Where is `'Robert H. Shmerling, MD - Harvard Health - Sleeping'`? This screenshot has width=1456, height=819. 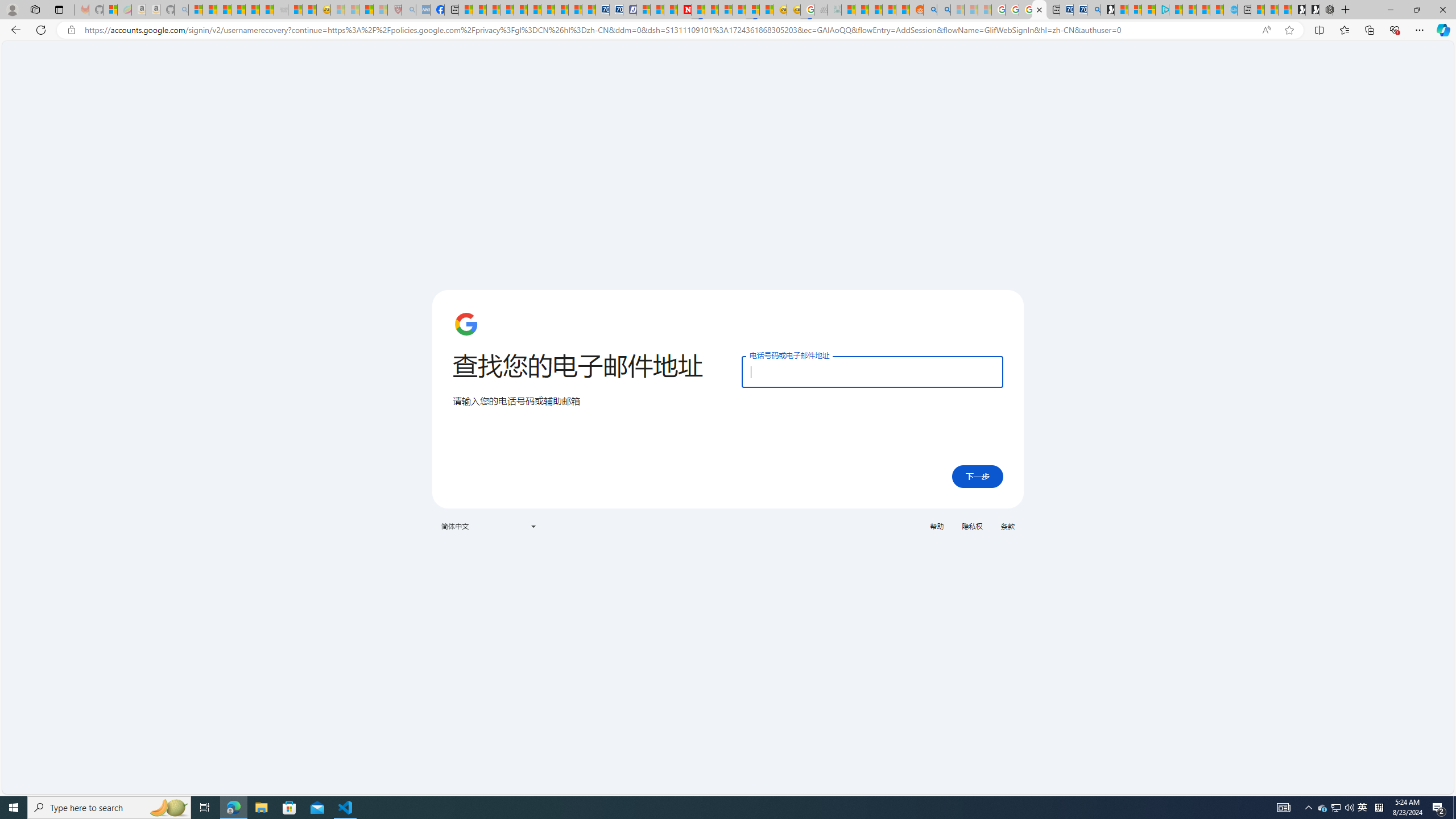
'Robert H. Shmerling, MD - Harvard Health - Sleeping' is located at coordinates (394, 9).